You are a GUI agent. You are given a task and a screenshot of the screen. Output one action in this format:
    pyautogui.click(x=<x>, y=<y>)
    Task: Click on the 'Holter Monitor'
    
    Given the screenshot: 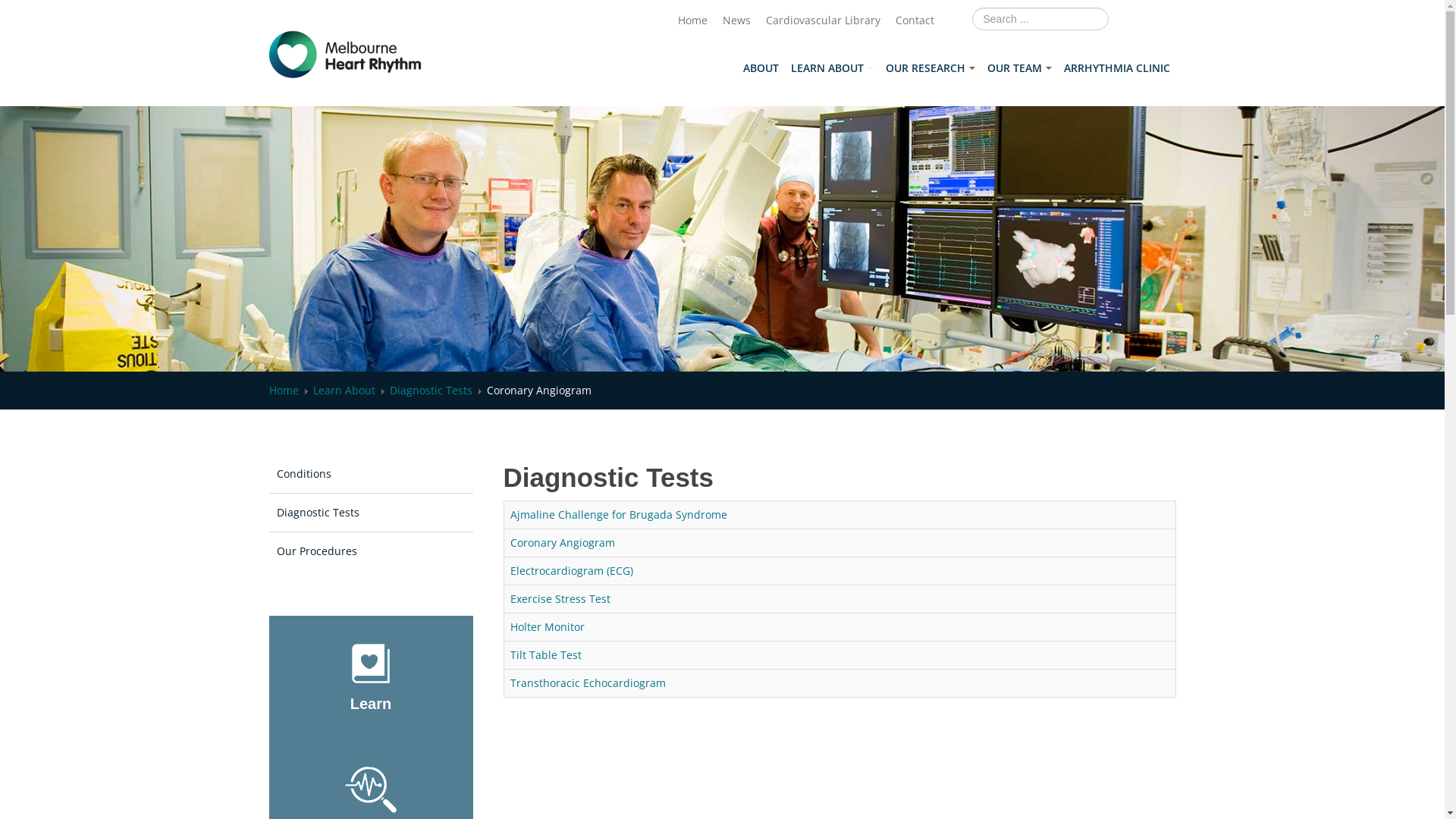 What is the action you would take?
    pyautogui.click(x=546, y=626)
    